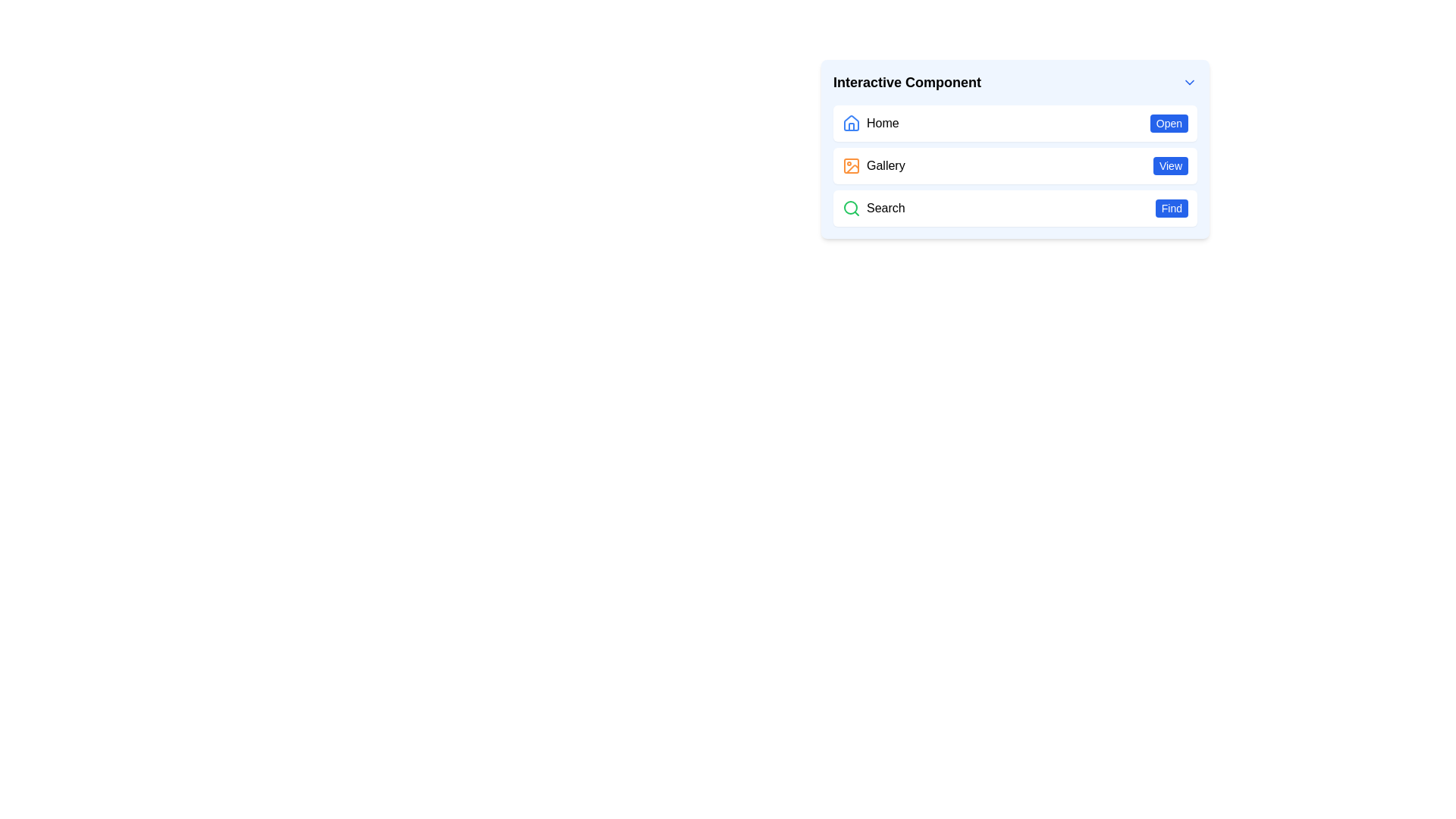 The width and height of the screenshot is (1456, 819). What do you see at coordinates (852, 166) in the screenshot?
I see `the gallery icon, which is the second element in a vertical group of three options (Home, Gallery, Search)` at bounding box center [852, 166].